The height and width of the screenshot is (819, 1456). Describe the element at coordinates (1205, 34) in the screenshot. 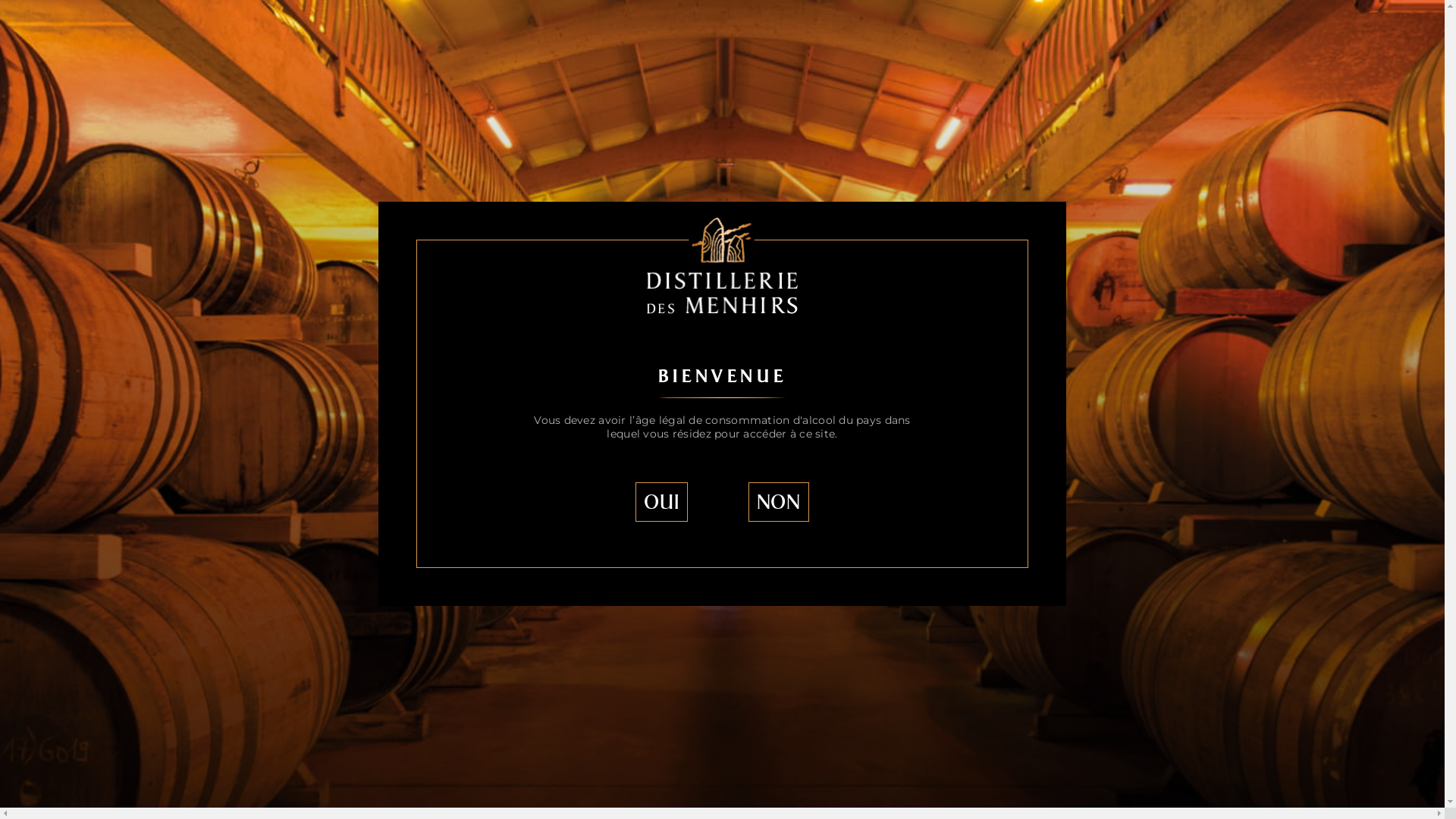

I see `'PANIER` at that location.